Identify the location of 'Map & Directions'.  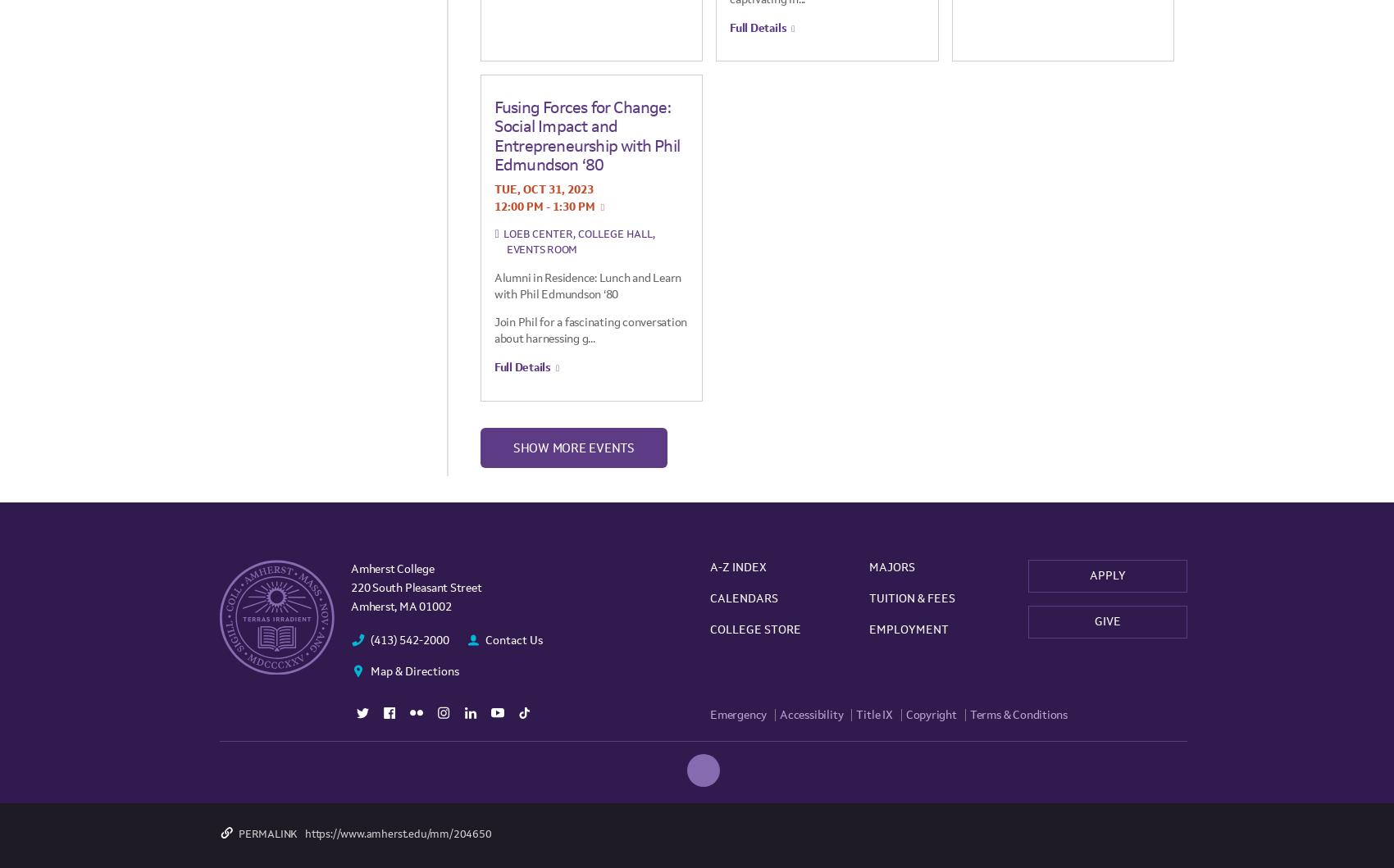
(414, 670).